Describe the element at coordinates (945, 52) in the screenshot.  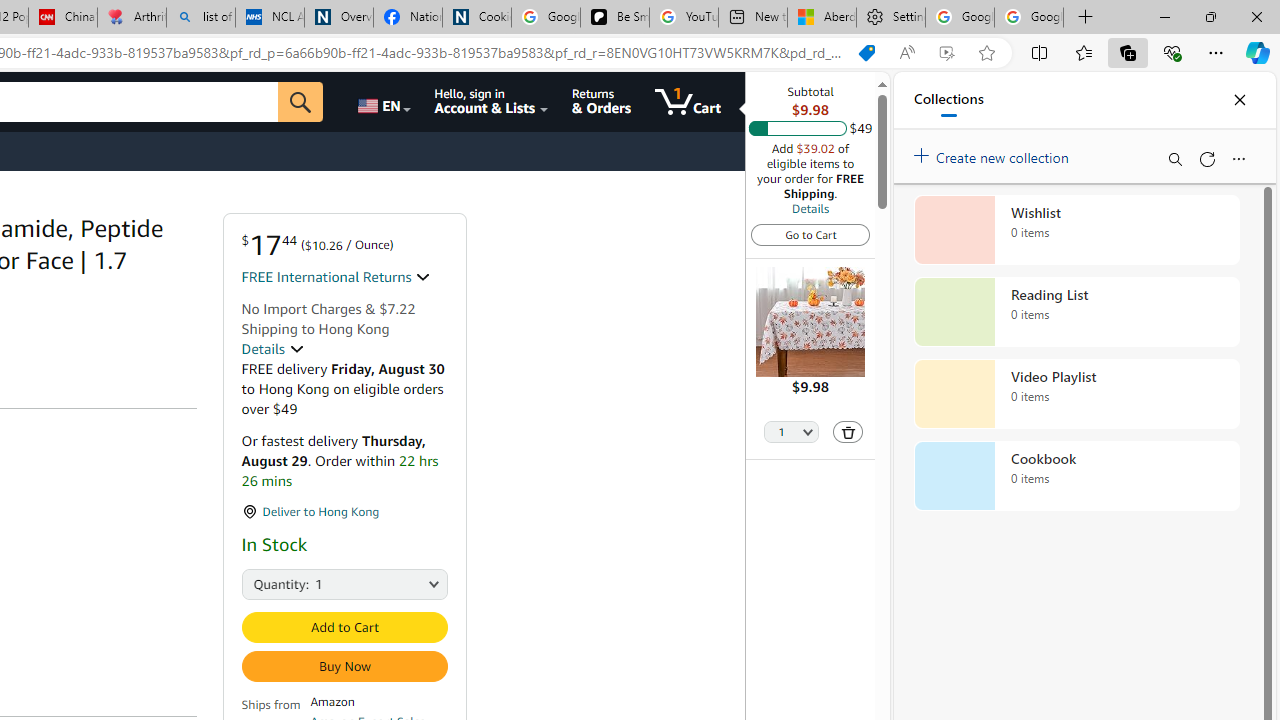
I see `'Enhance video'` at that location.